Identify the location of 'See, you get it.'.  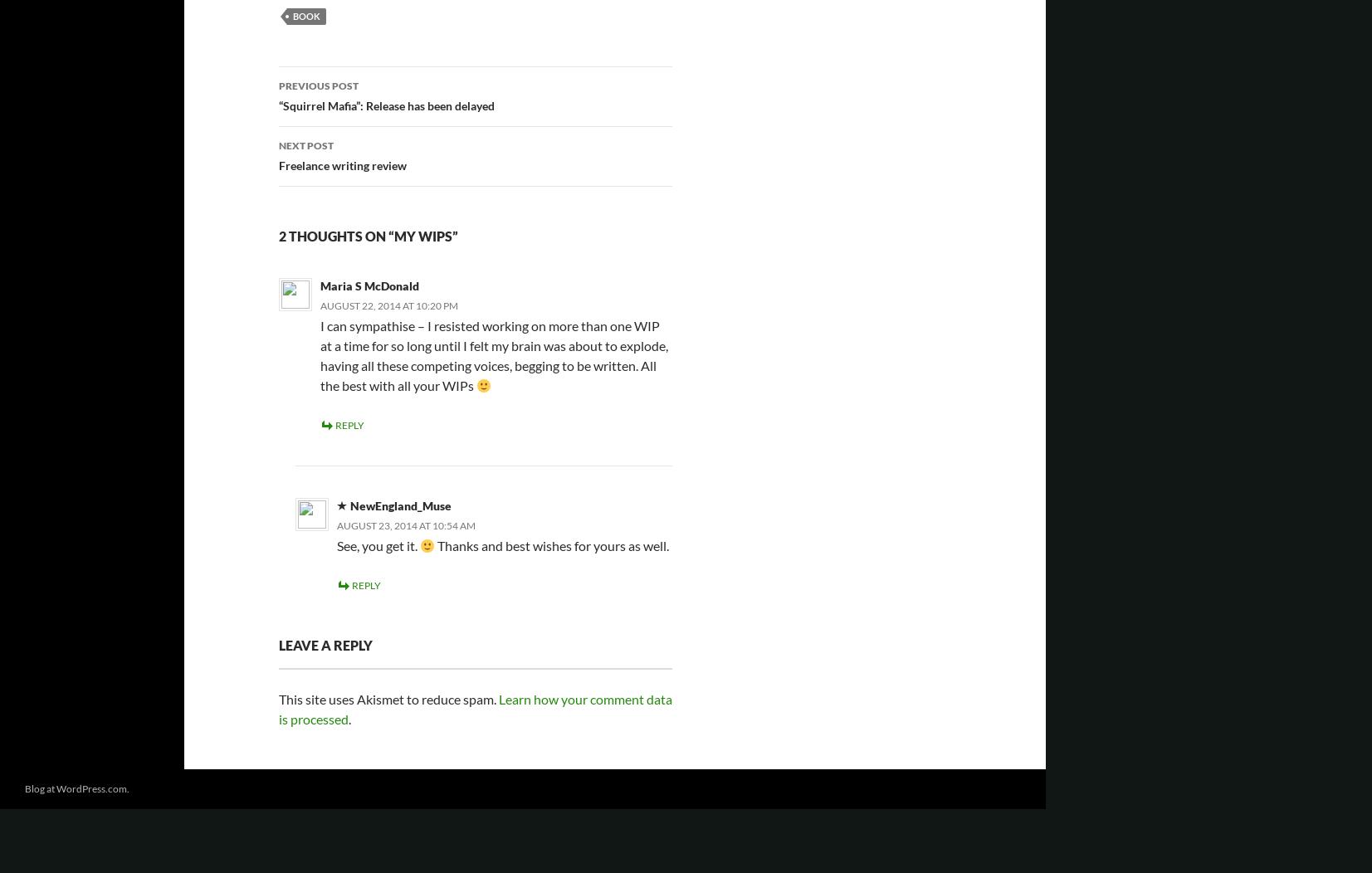
(378, 544).